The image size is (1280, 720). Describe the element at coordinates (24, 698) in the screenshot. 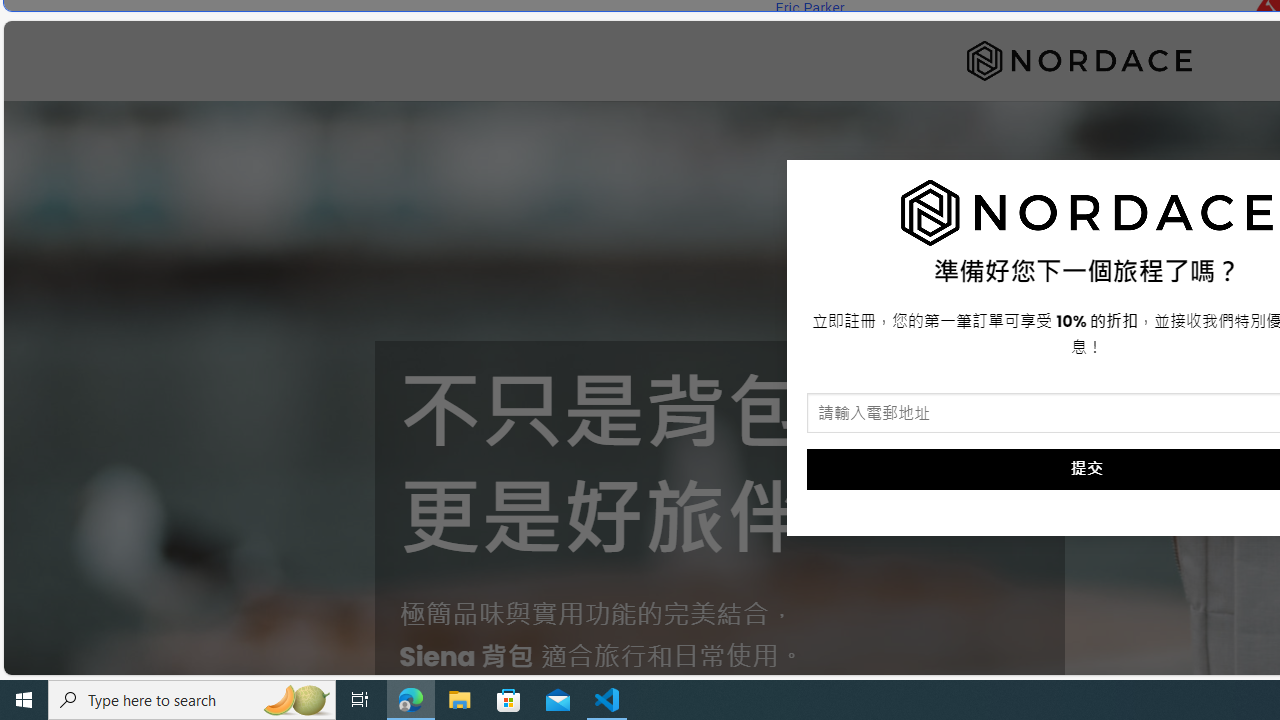

I see `'Start'` at that location.